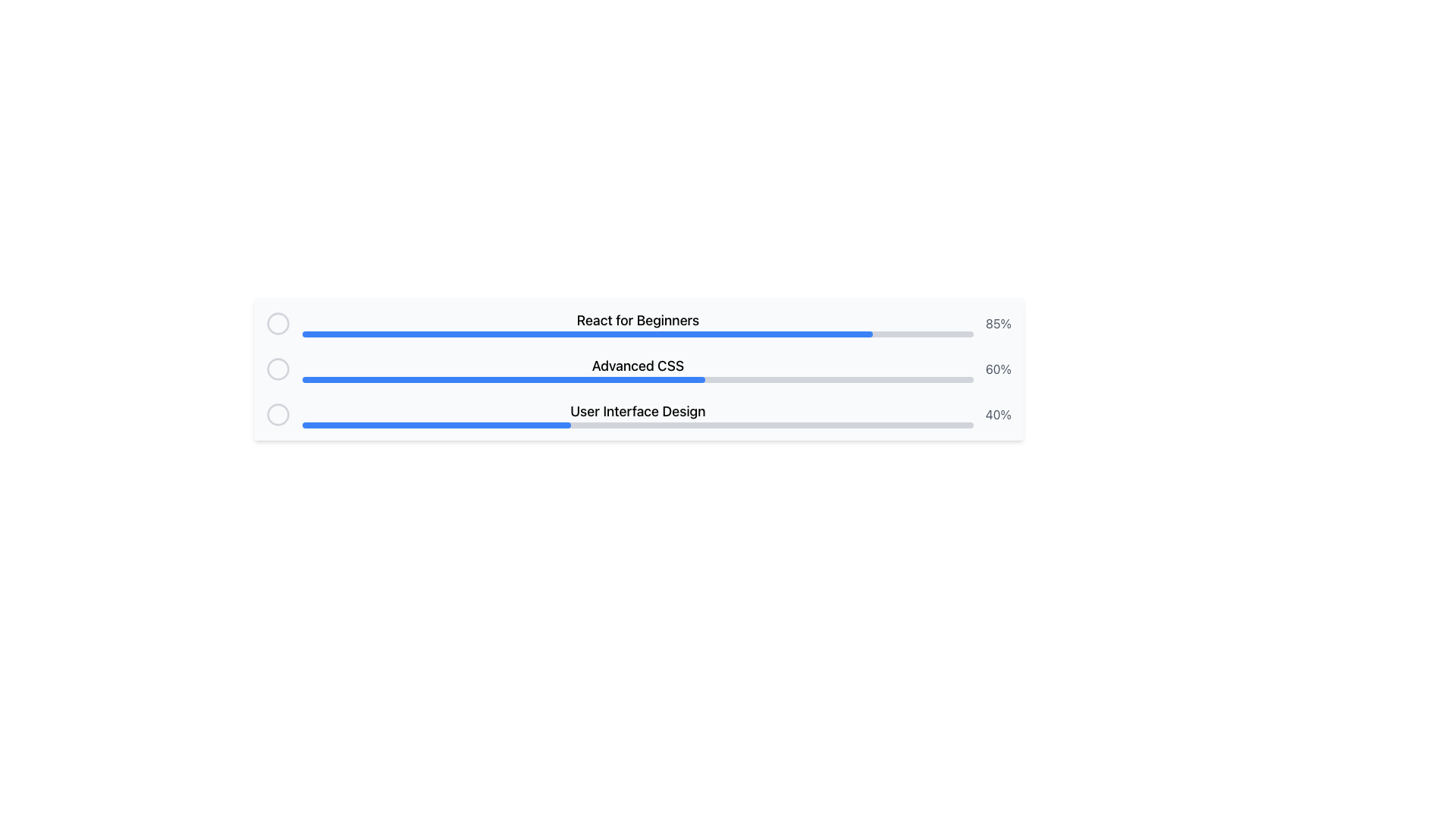  Describe the element at coordinates (587, 333) in the screenshot. I see `the first horizontal progress bar, which is blue and indicates 85% completion, located at the topmost position within its vertical stack of progress bars` at that location.